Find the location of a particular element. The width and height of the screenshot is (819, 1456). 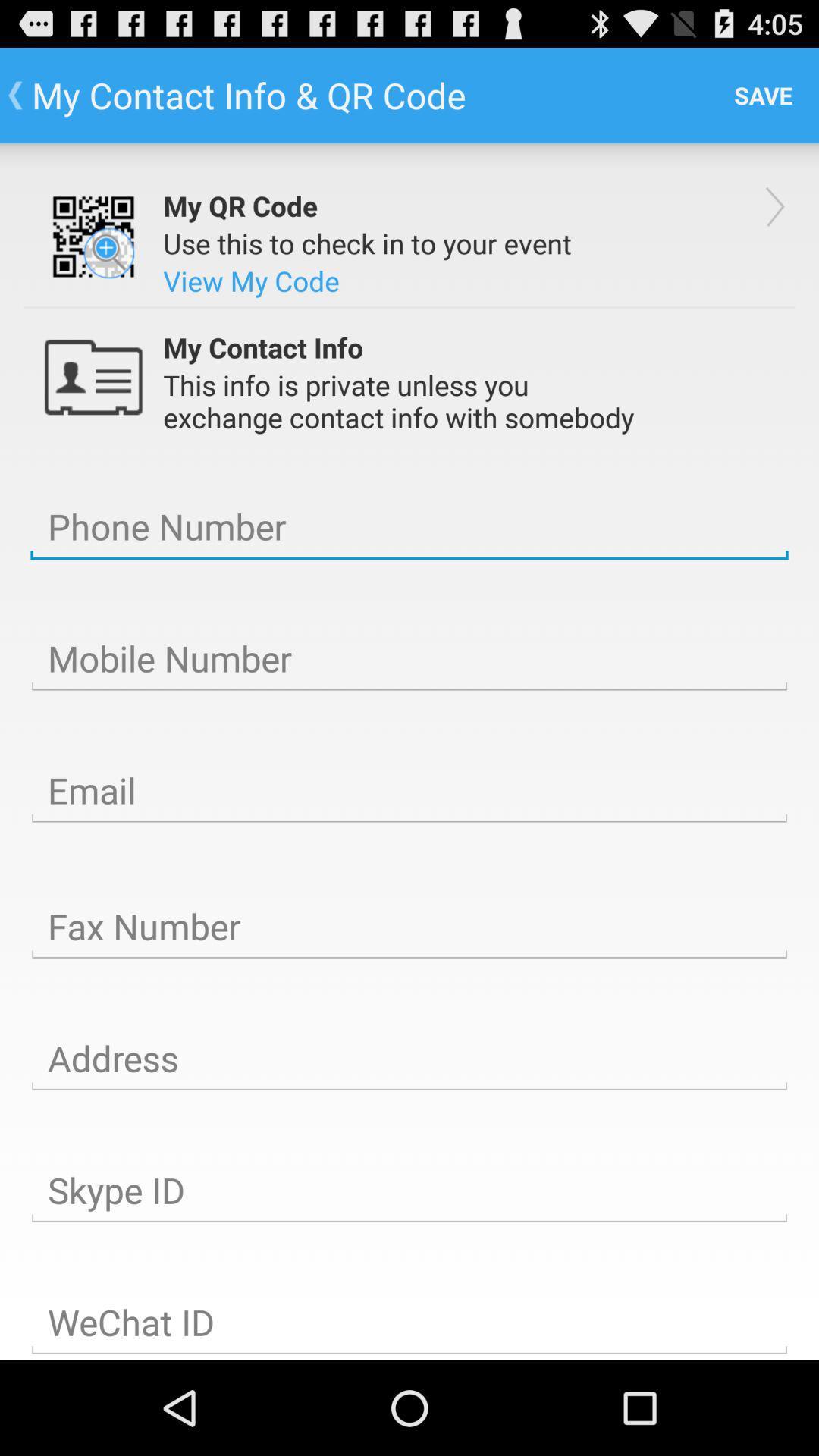

contact 's email is located at coordinates (409, 790).